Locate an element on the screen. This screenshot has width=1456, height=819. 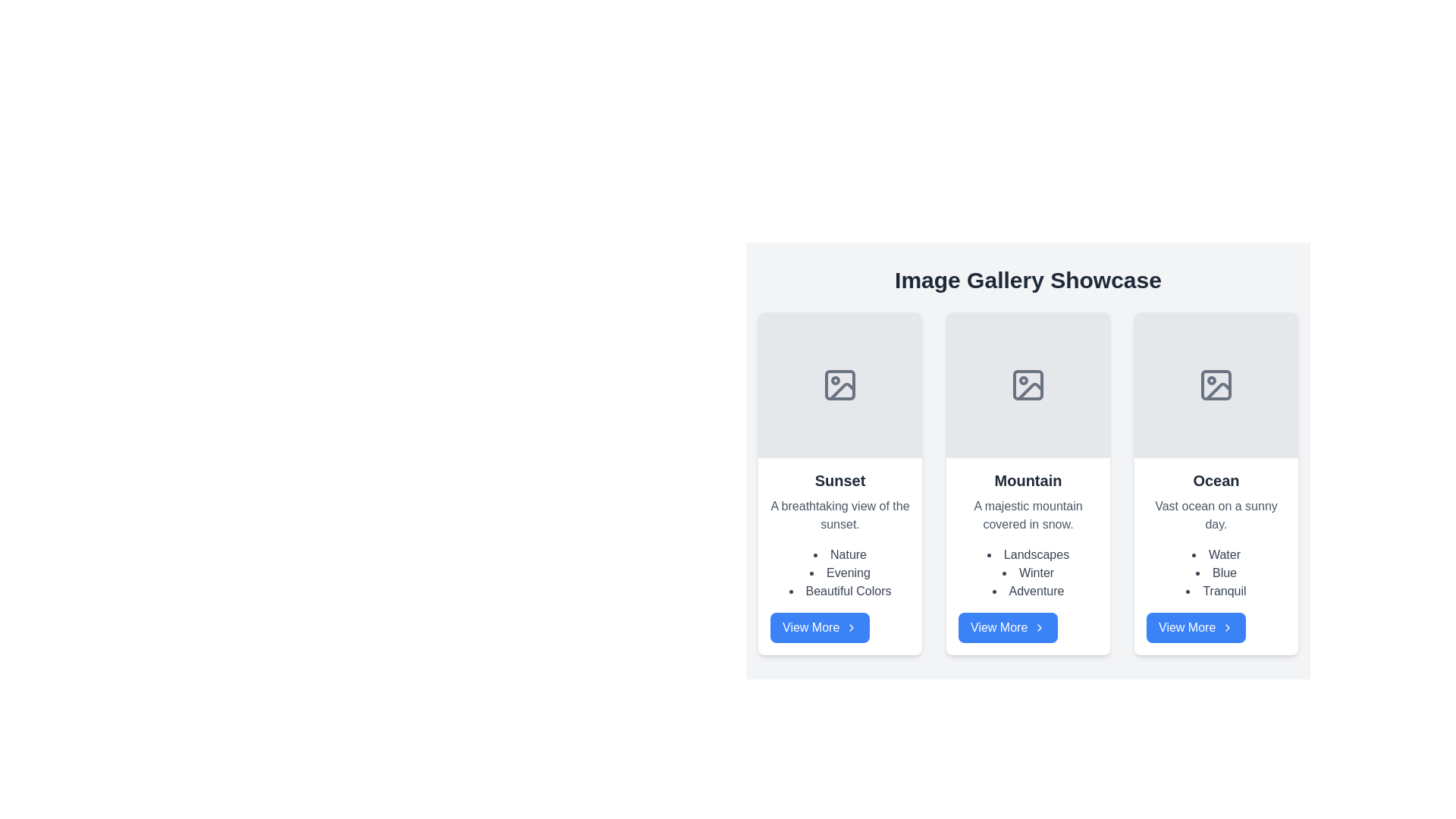
the bulleted list element containing items 'Nature', 'Evening', and 'Beautiful Colors', which is located below the description text 'A breathtaking view of the sunset.' and above the 'View More' button is located at coordinates (839, 573).